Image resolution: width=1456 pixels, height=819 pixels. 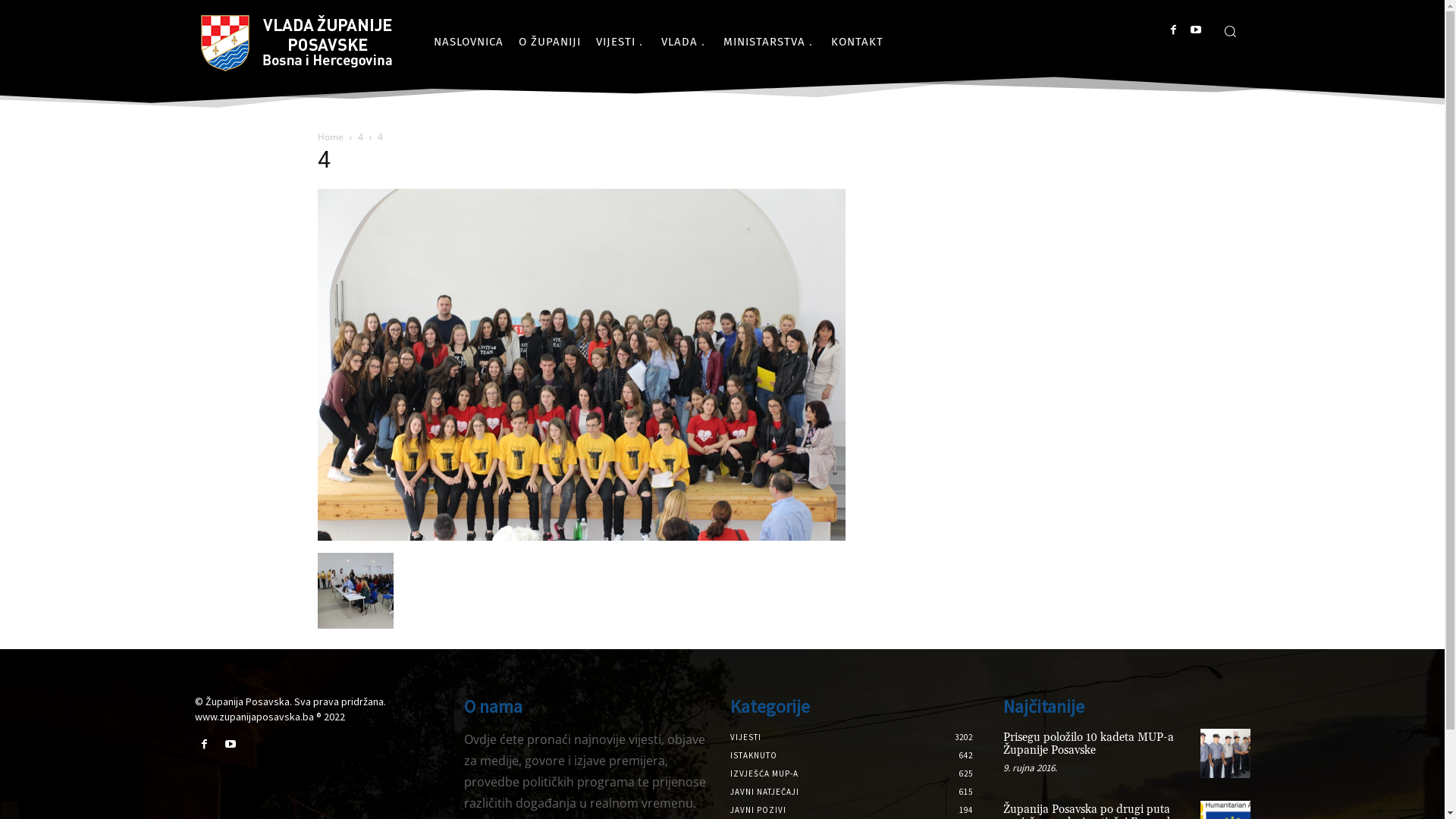 What do you see at coordinates (683, 40) in the screenshot?
I see `'VLADA'` at bounding box center [683, 40].